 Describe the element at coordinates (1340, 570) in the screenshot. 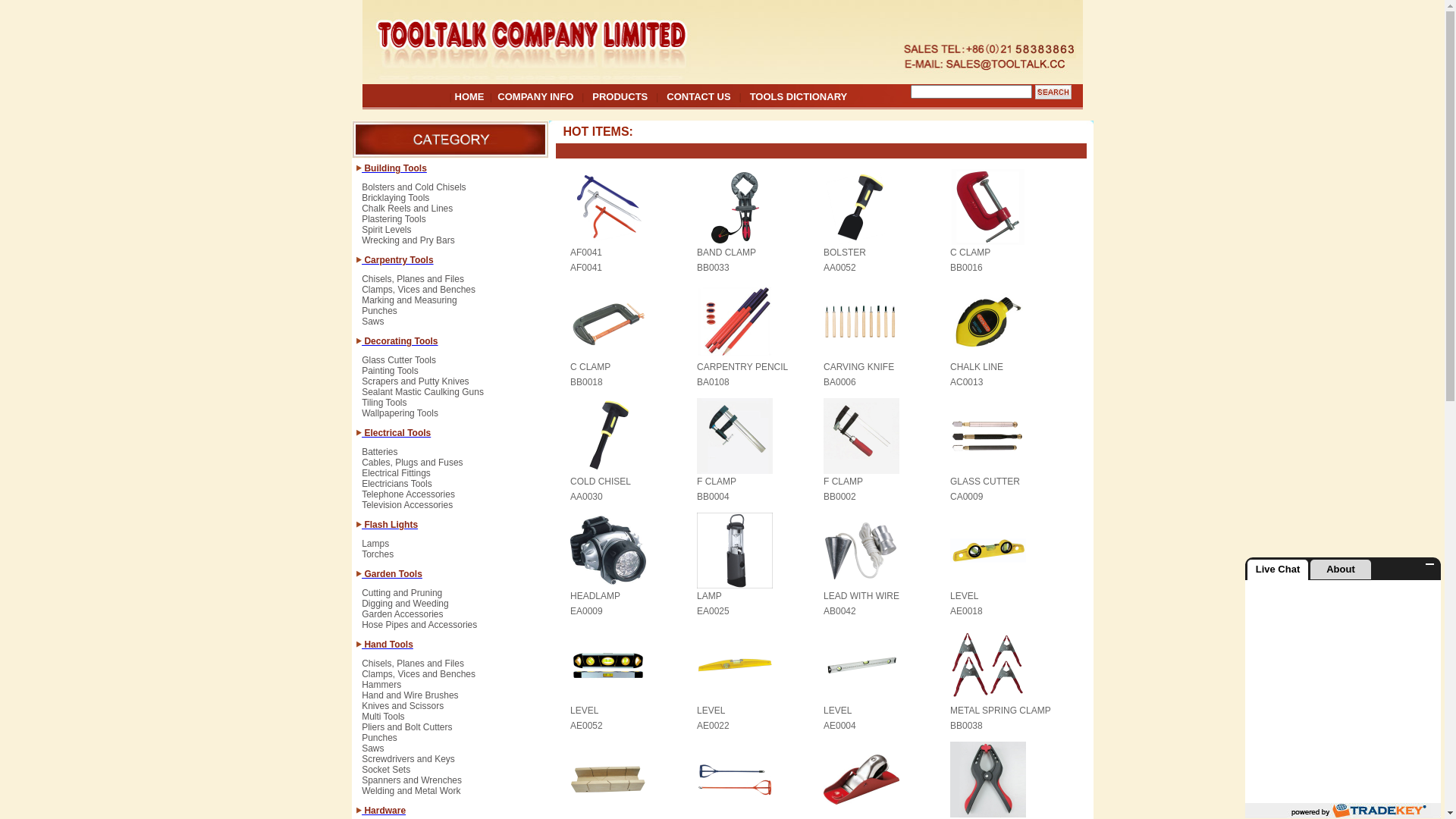

I see `'About'` at that location.